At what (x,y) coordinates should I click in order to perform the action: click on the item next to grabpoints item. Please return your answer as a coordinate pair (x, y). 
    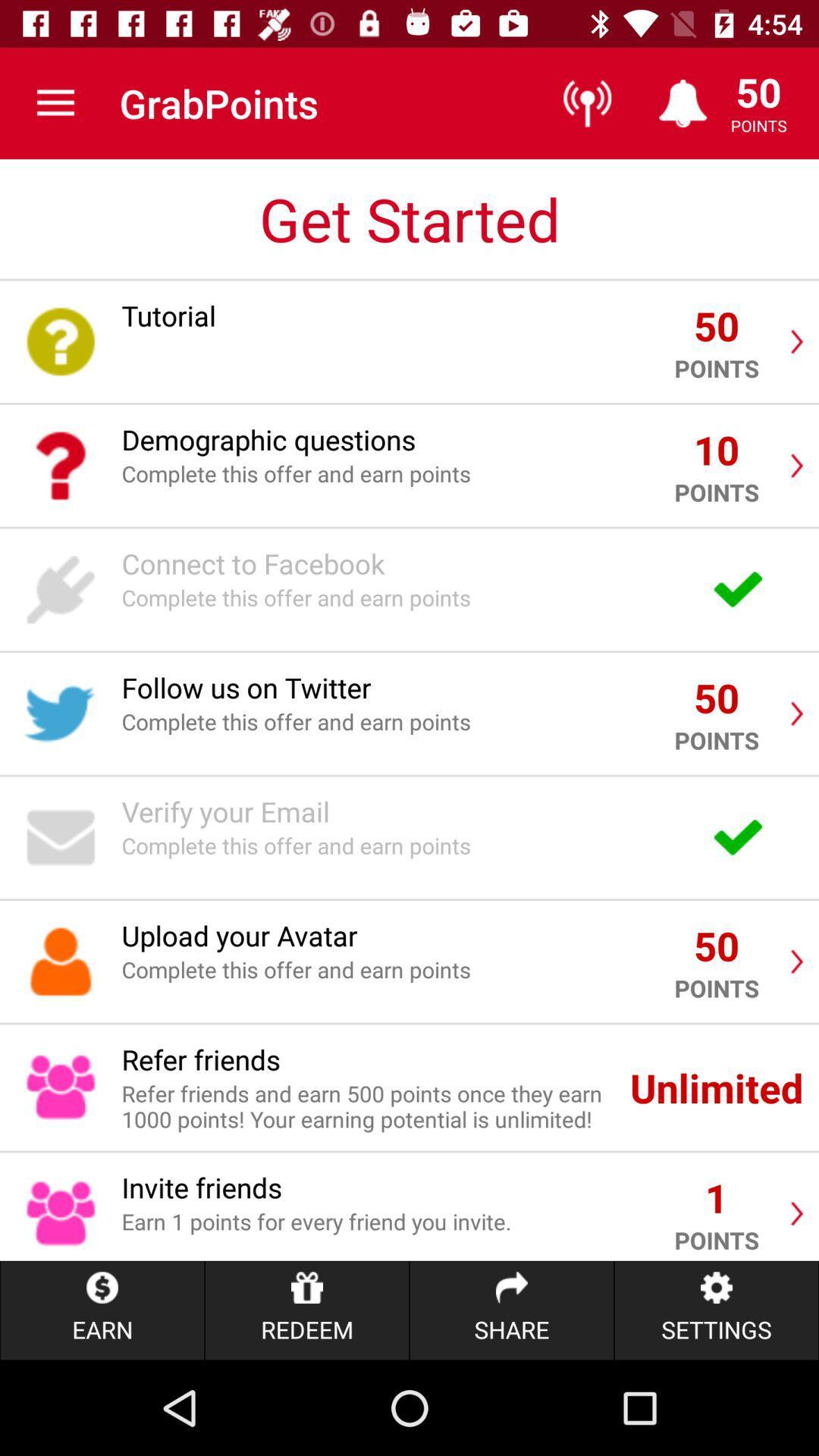
    Looking at the image, I should click on (55, 102).